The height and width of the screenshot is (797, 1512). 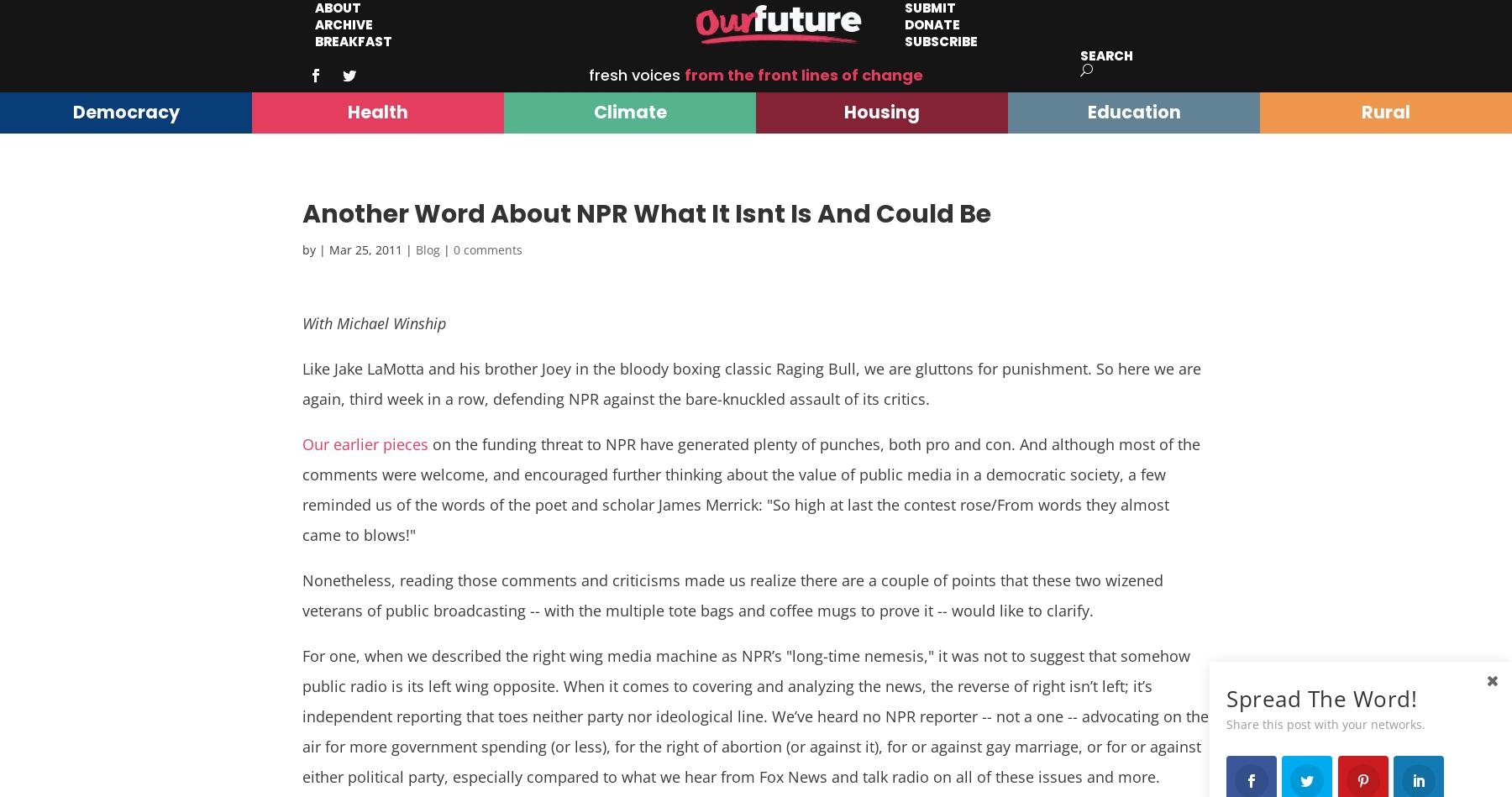 What do you see at coordinates (1106, 56) in the screenshot?
I see `'Search'` at bounding box center [1106, 56].